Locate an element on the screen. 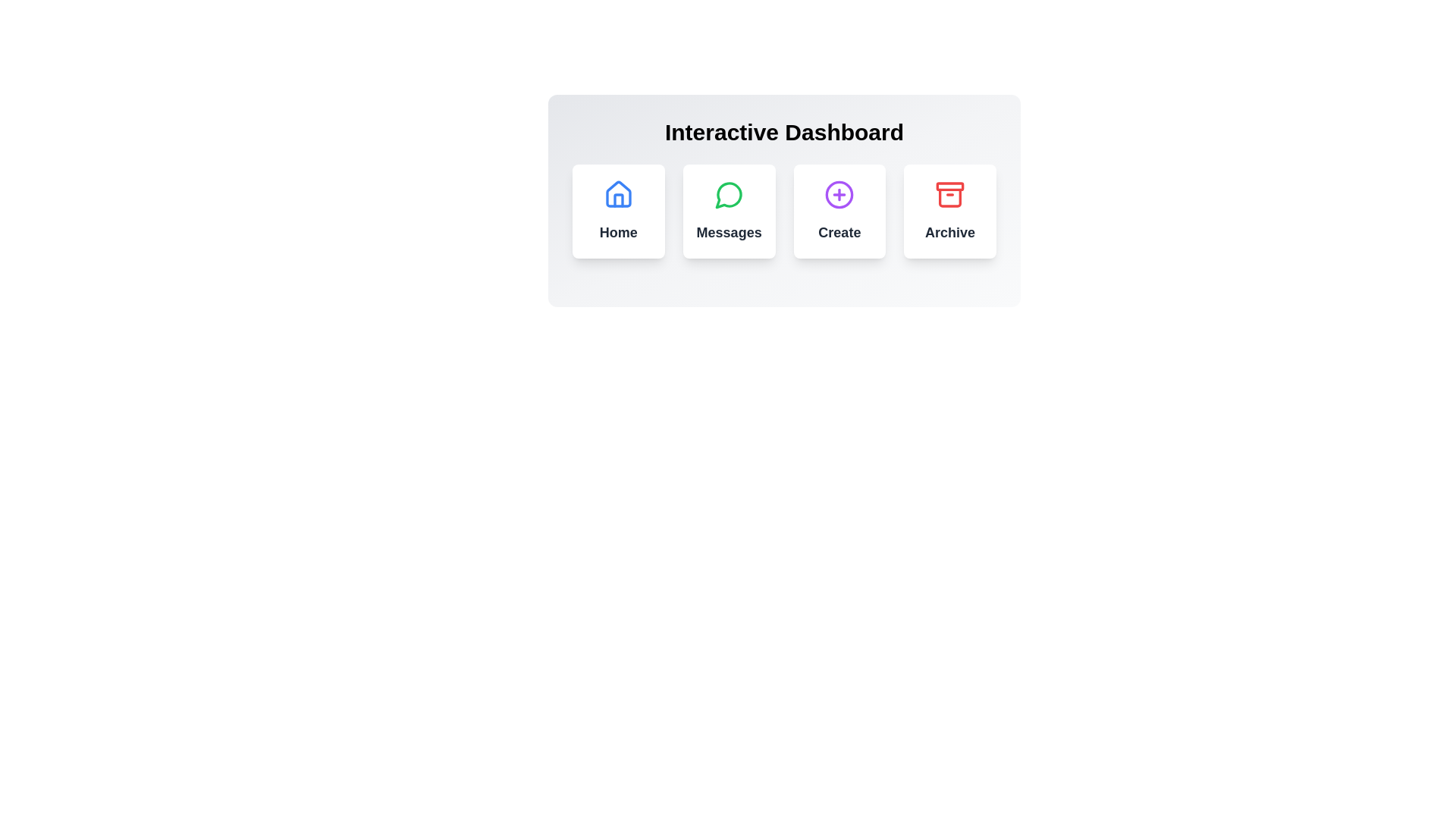  the 'Messages' button card, which is the second item in a horizontal grid of four cards, featuring a green speech bubble icon and dark gray bold text below it is located at coordinates (729, 211).